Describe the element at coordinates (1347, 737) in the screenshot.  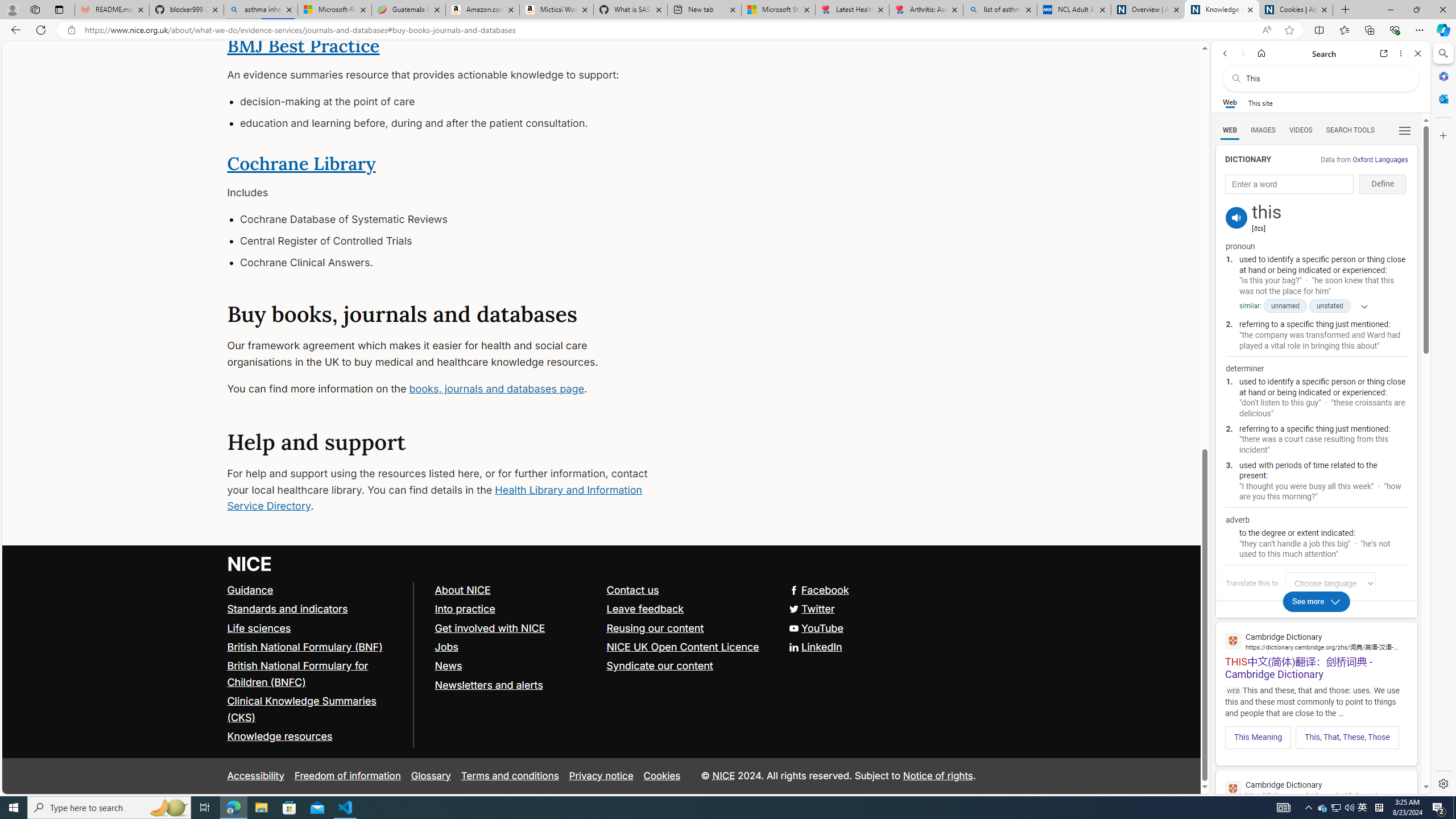
I see `'This, That, These, Those'` at that location.